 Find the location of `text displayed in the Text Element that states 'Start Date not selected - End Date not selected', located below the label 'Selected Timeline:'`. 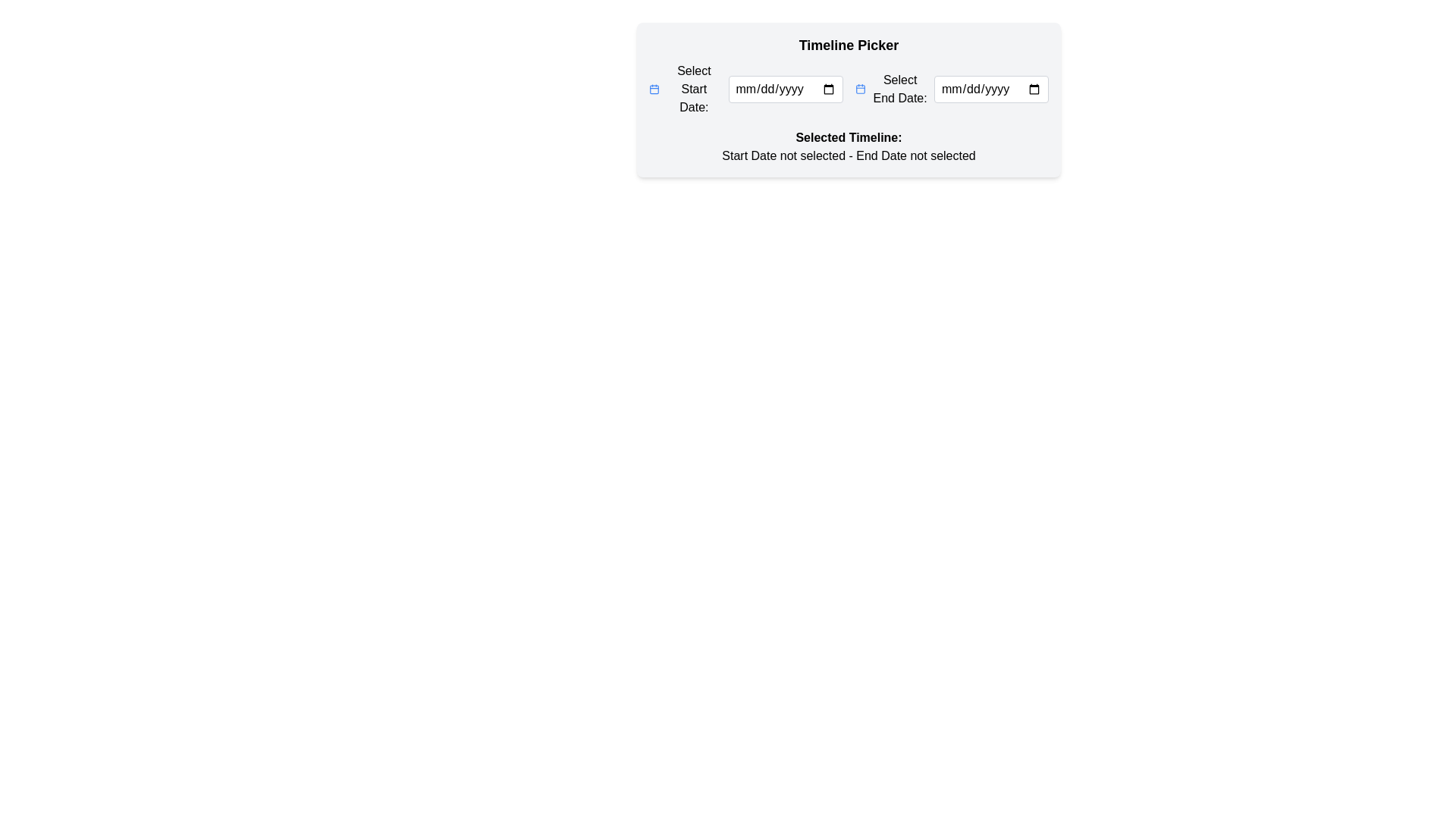

text displayed in the Text Element that states 'Start Date not selected - End Date not selected', located below the label 'Selected Timeline:' is located at coordinates (848, 155).